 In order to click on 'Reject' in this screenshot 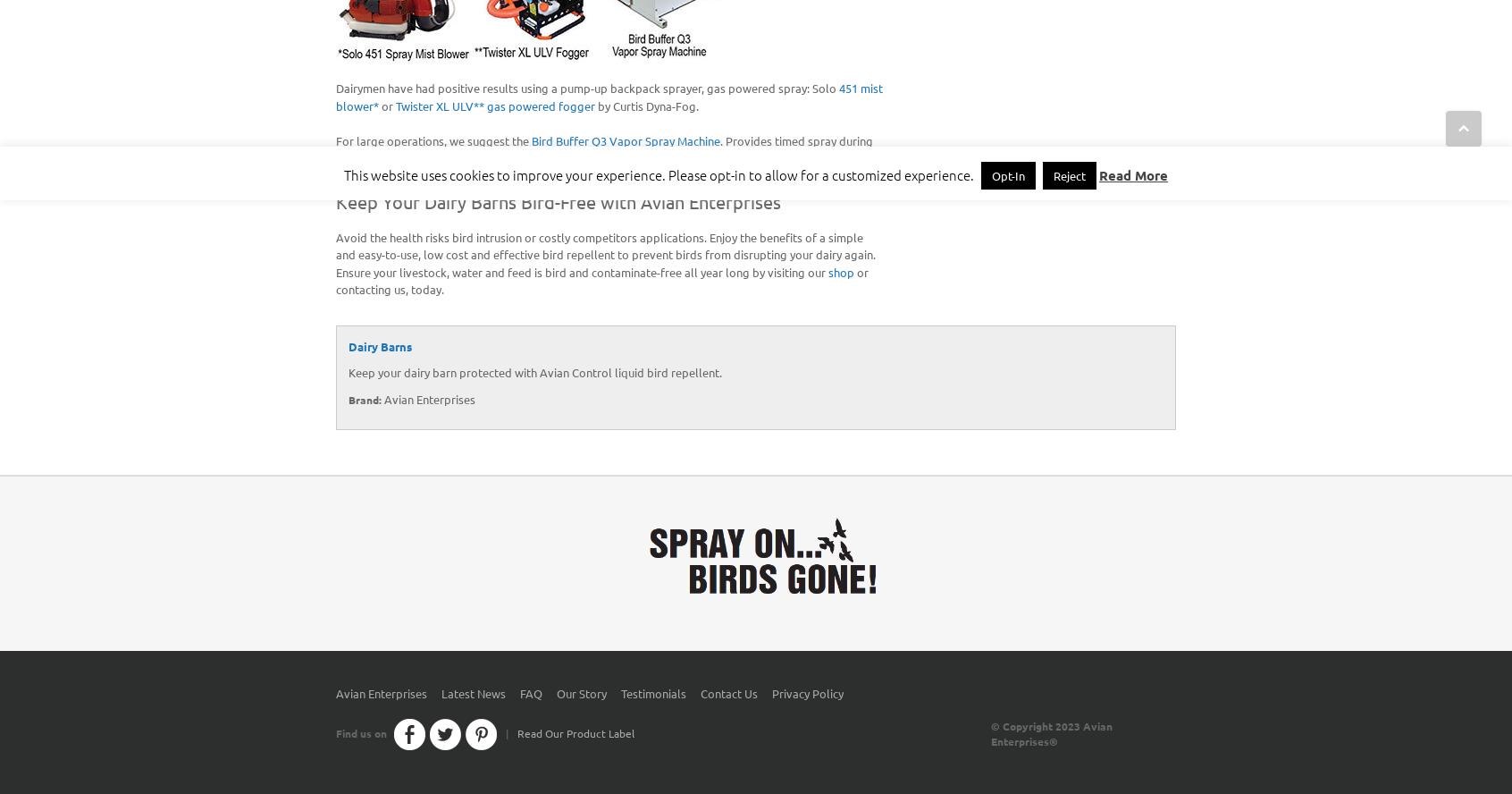, I will do `click(1068, 174)`.